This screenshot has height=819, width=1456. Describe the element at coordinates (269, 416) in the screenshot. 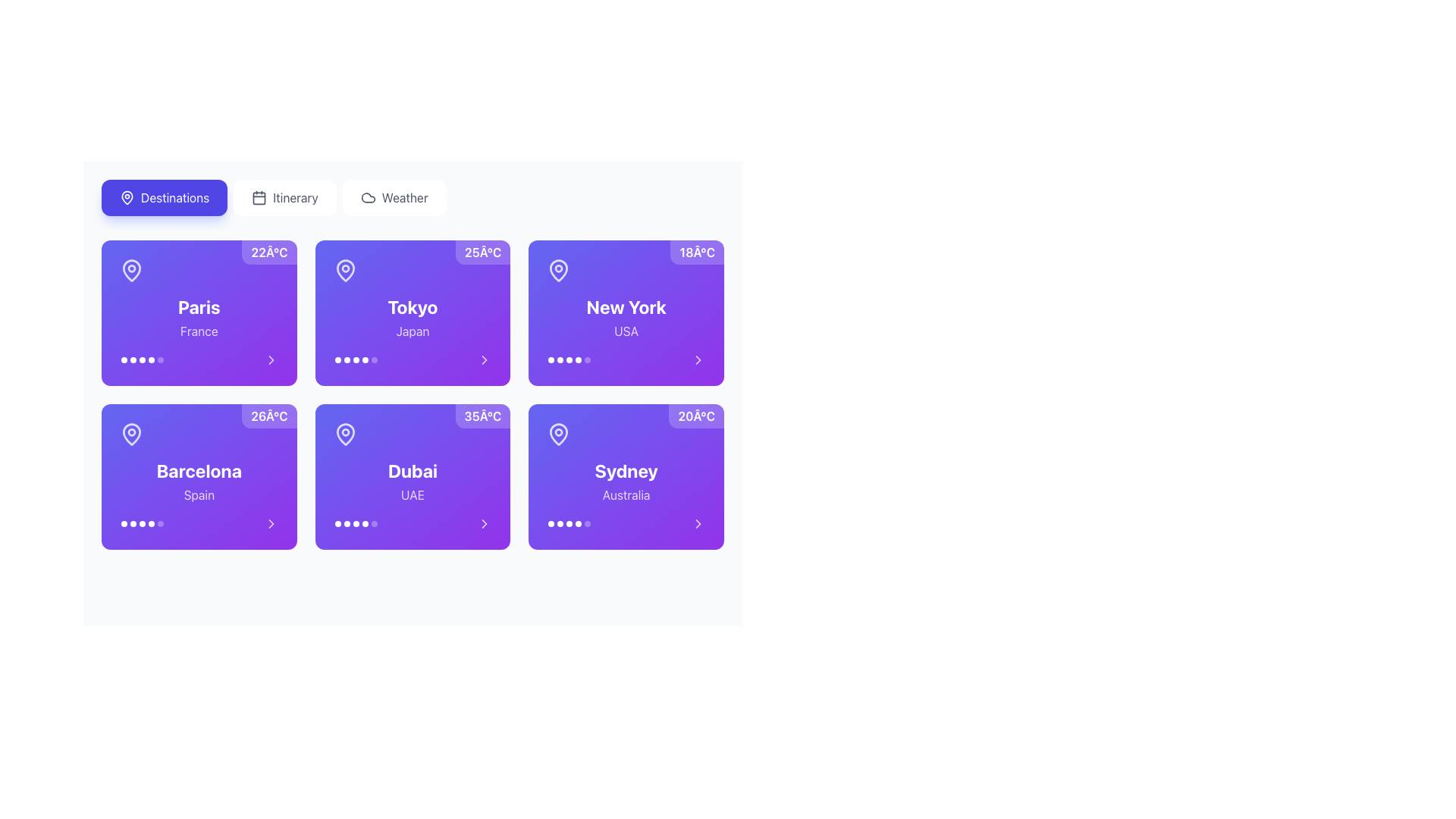

I see `the static text label displaying the temperature (26°C) for Barcelona located at the top-right corner of the card` at that location.